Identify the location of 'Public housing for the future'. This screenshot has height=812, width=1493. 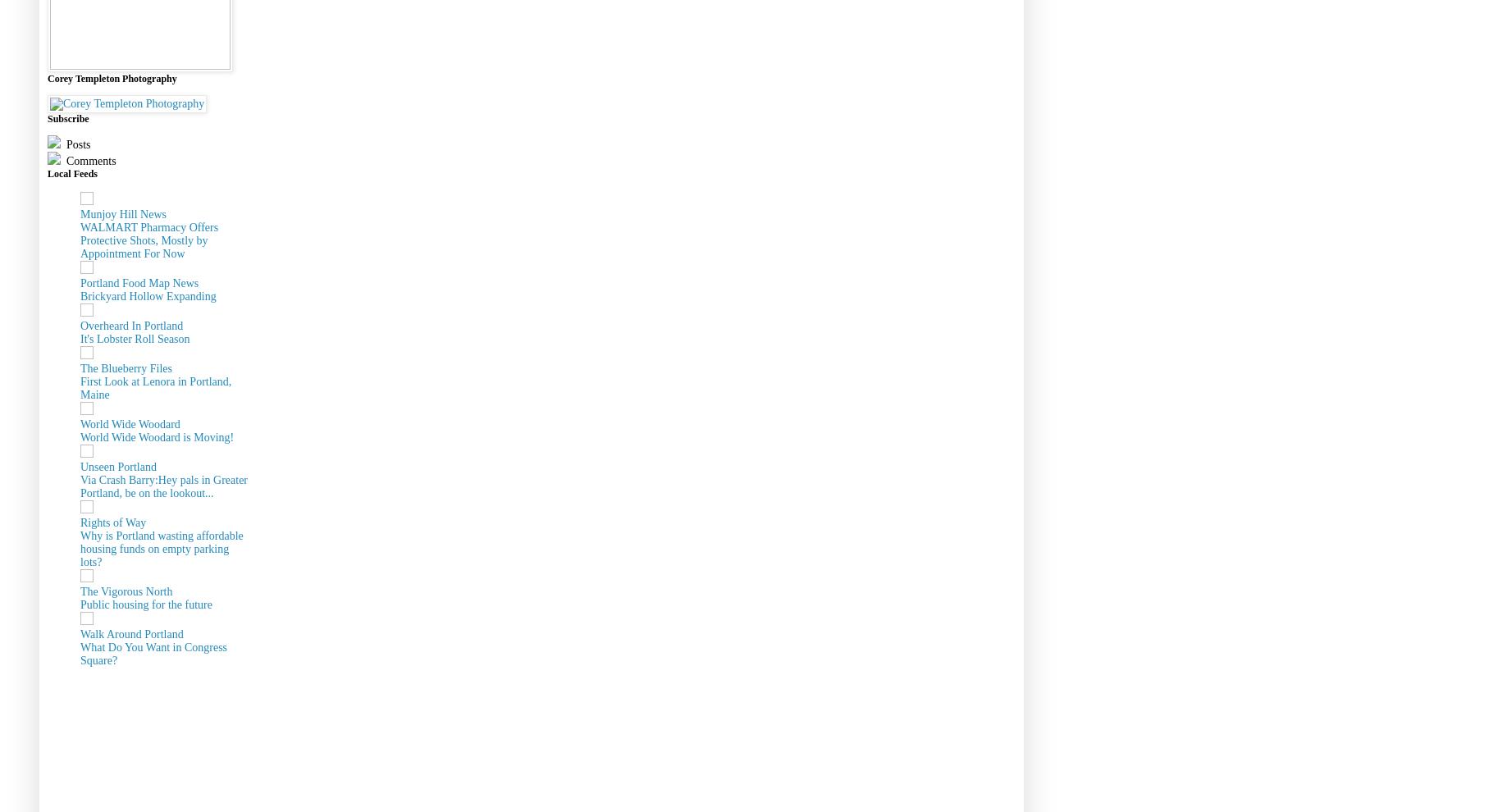
(145, 603).